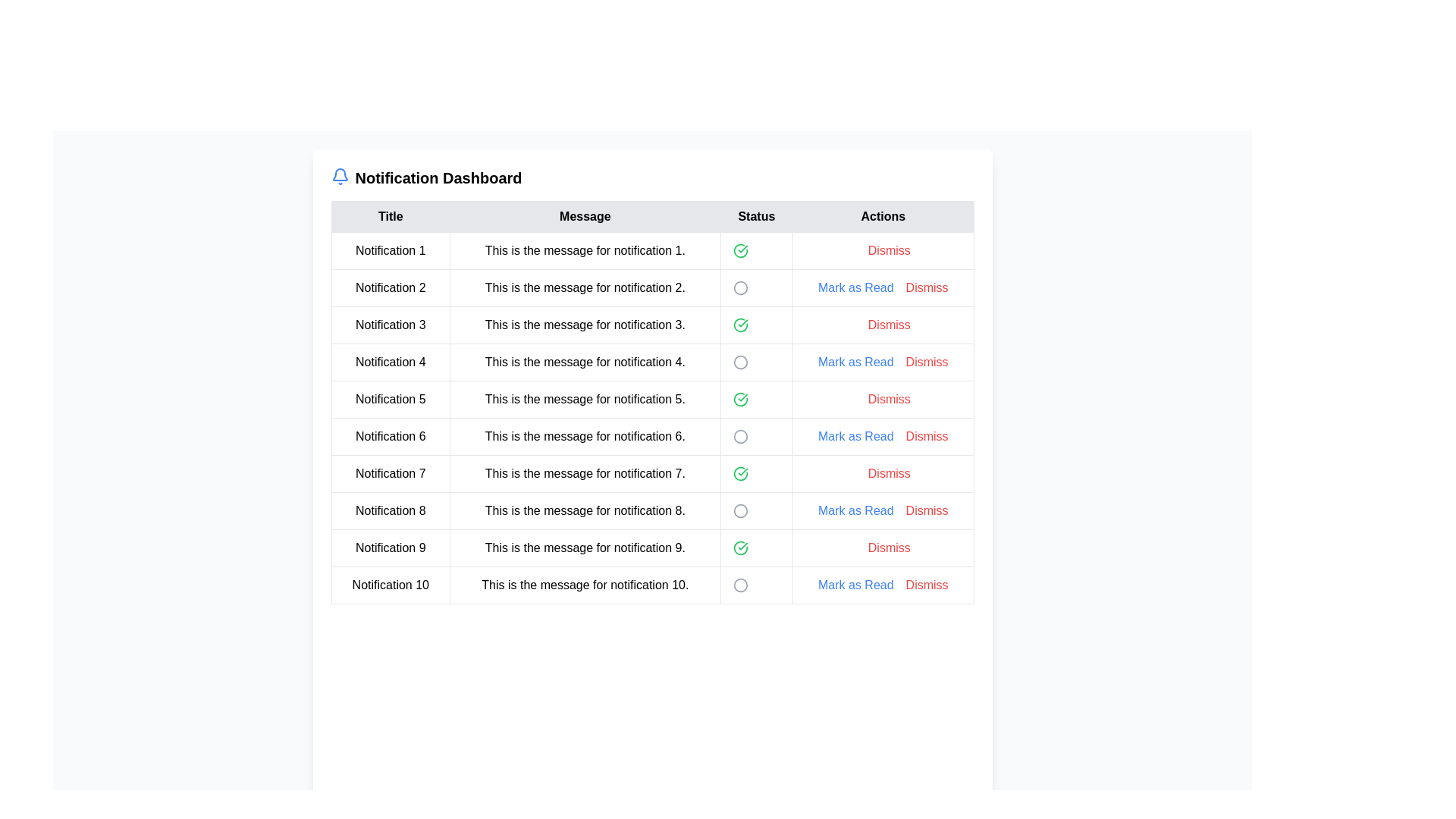  What do you see at coordinates (391, 548) in the screenshot?
I see `the Label element that displays the title of the specific notification in the ninth row of the notification details list` at bounding box center [391, 548].